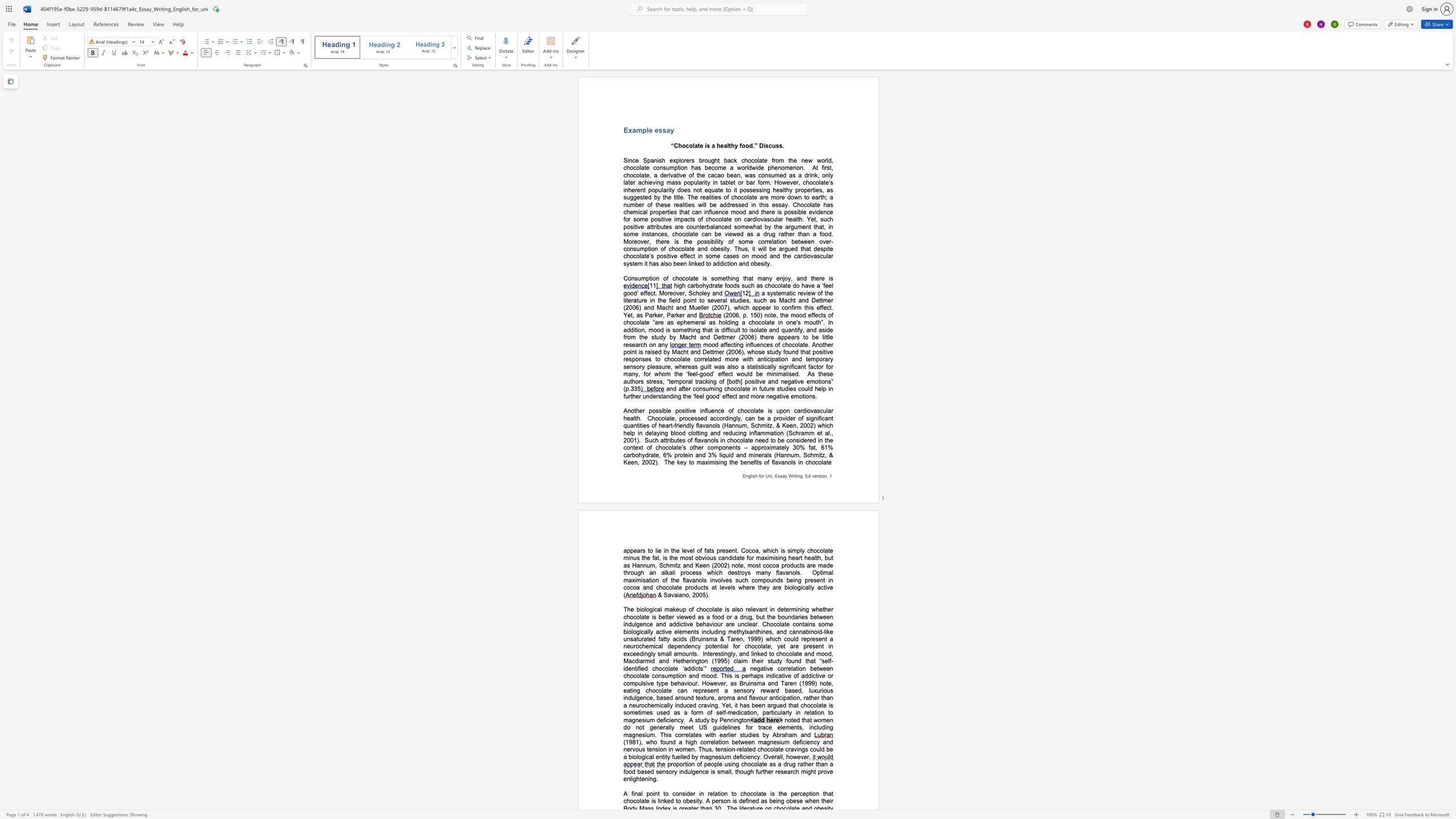 The width and height of the screenshot is (1456, 819). Describe the element at coordinates (816, 476) in the screenshot. I see `the subset text "rs" within the text "English for Uni, Essay Writing, full version,"` at that location.